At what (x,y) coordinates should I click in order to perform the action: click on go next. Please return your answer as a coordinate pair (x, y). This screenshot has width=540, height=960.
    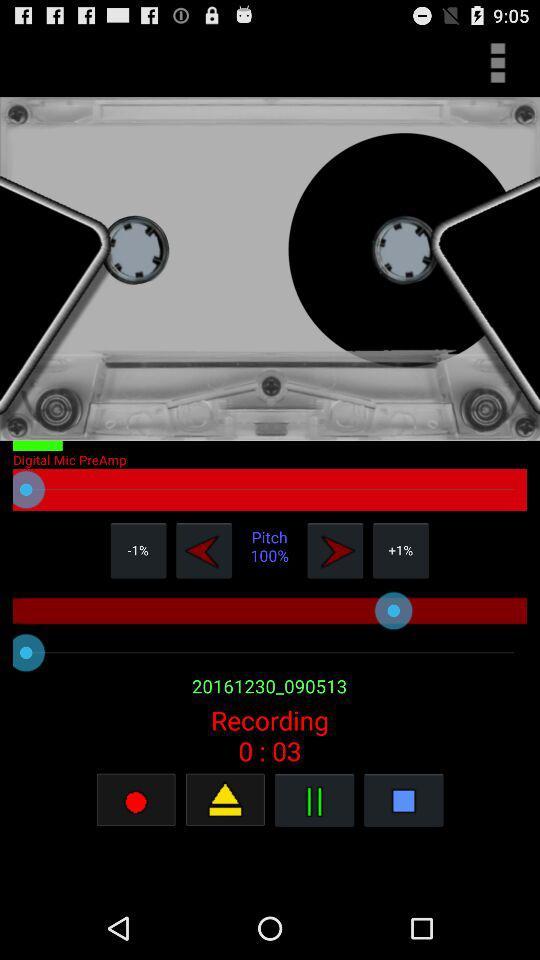
    Looking at the image, I should click on (335, 550).